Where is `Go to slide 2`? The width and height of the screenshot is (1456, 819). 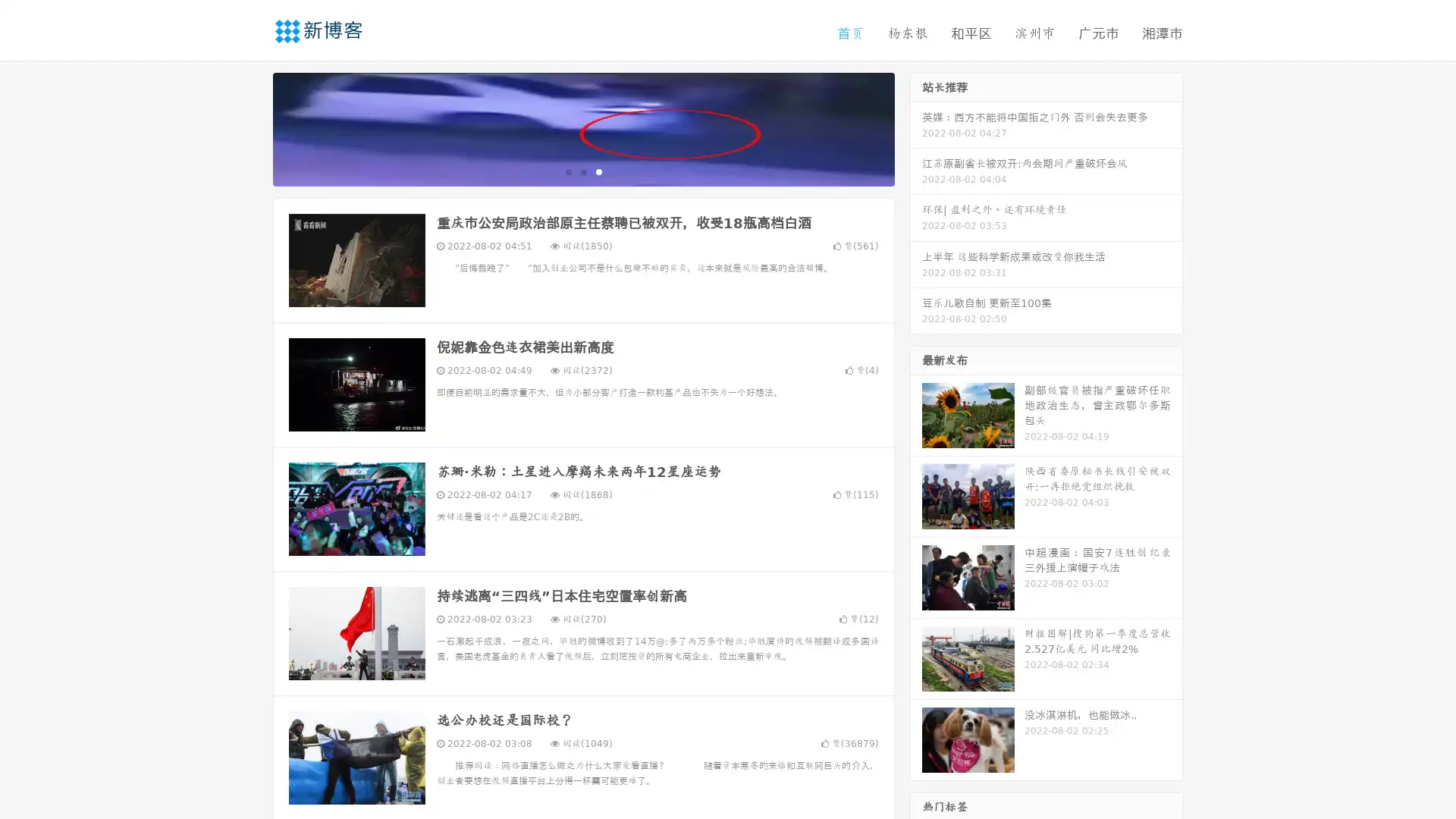 Go to slide 2 is located at coordinates (582, 171).